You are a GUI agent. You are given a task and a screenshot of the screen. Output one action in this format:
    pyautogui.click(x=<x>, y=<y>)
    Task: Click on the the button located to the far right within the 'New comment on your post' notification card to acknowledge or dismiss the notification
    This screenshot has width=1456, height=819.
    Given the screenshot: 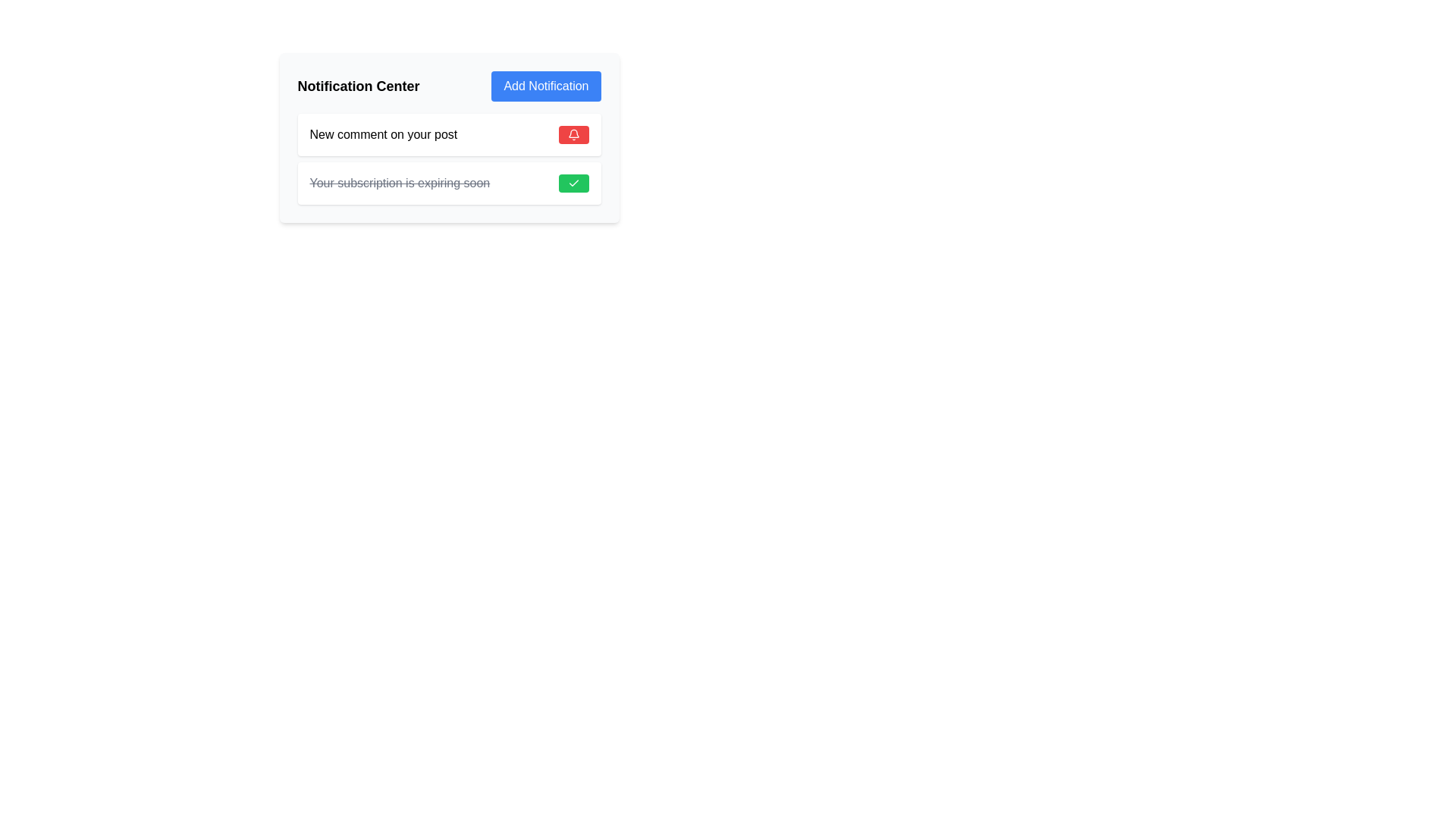 What is the action you would take?
    pyautogui.click(x=573, y=133)
    